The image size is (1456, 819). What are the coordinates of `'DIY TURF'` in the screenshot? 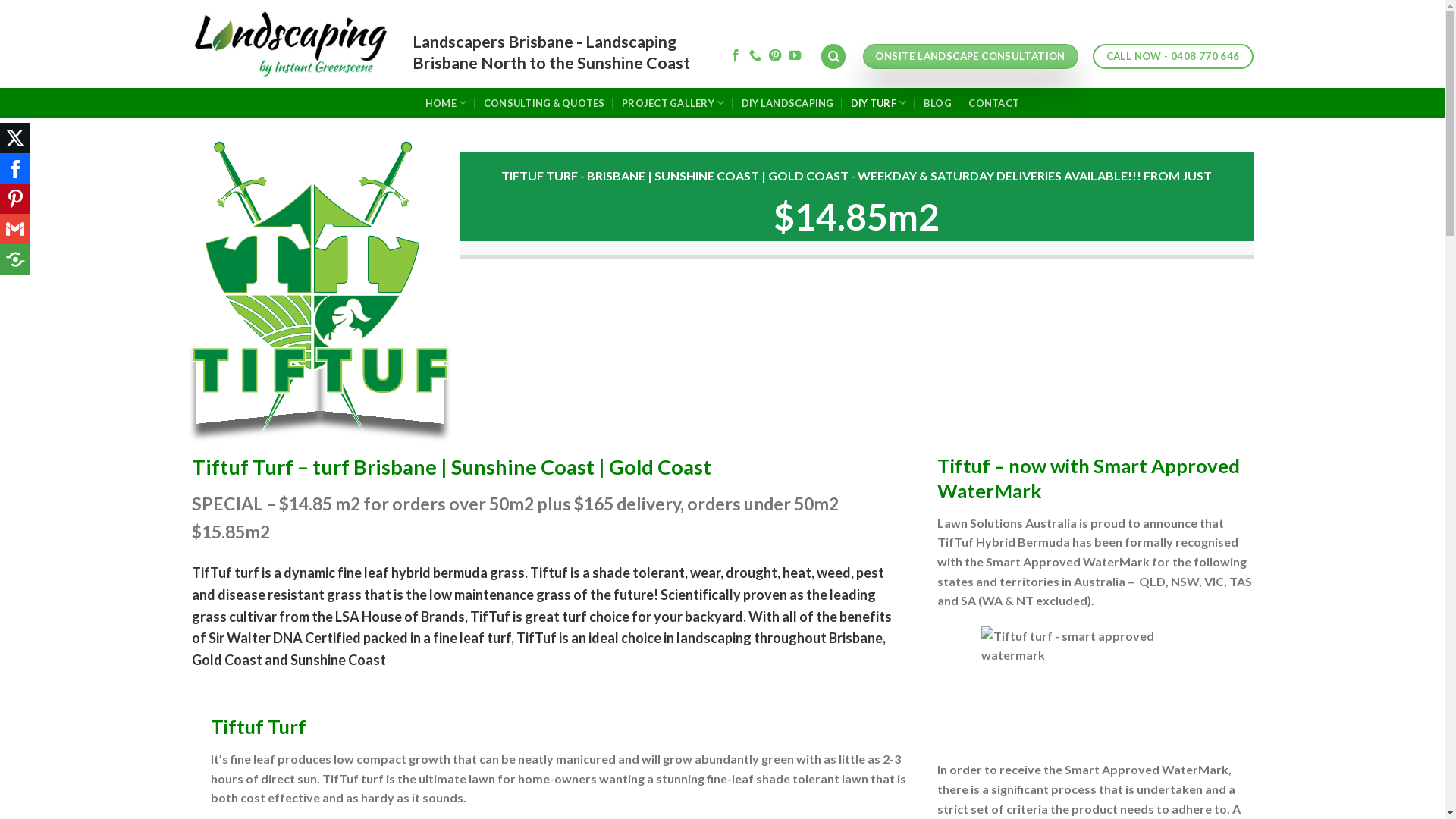 It's located at (878, 102).